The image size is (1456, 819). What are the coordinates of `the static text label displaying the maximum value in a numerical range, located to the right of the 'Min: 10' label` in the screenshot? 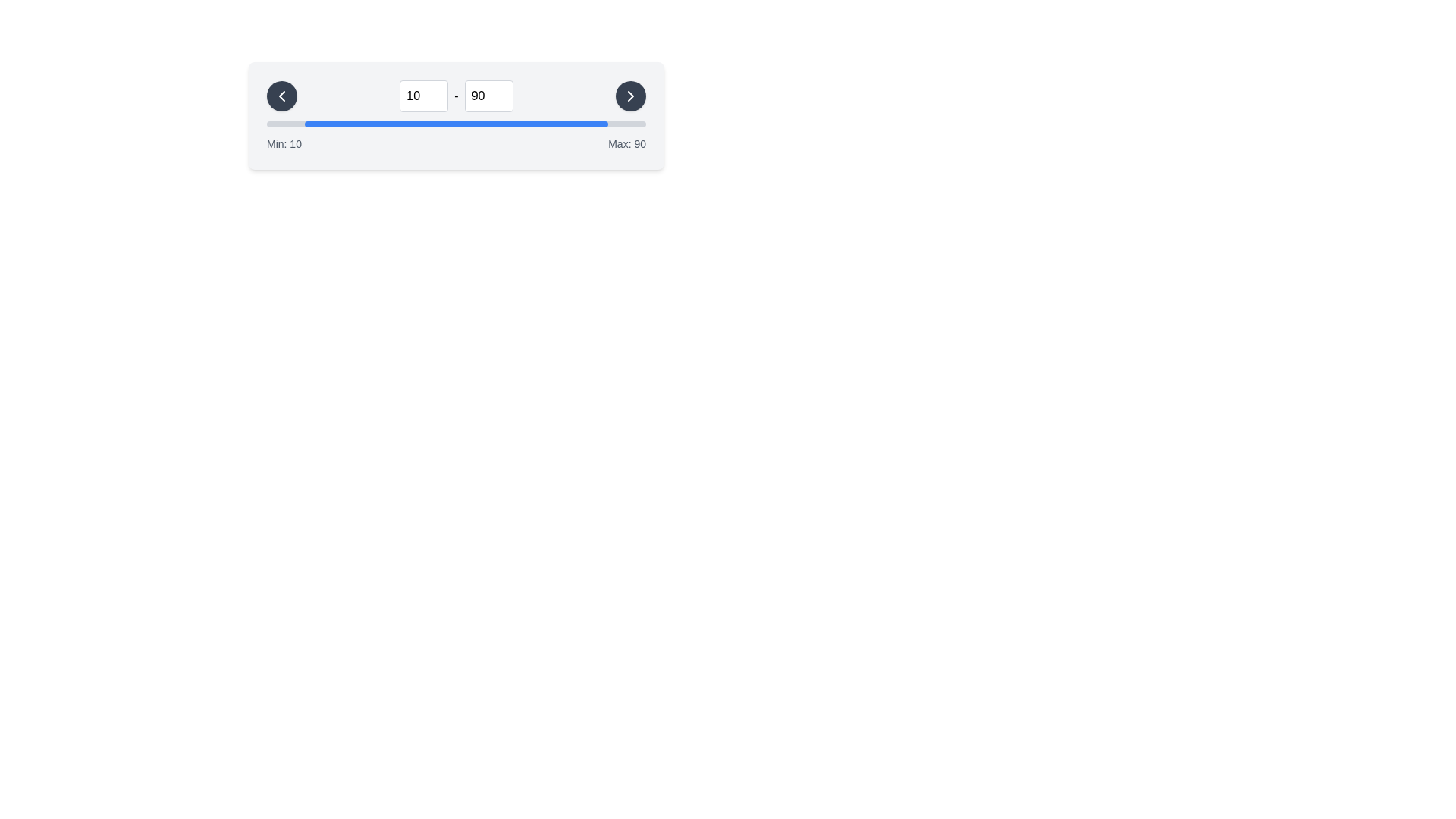 It's located at (627, 143).